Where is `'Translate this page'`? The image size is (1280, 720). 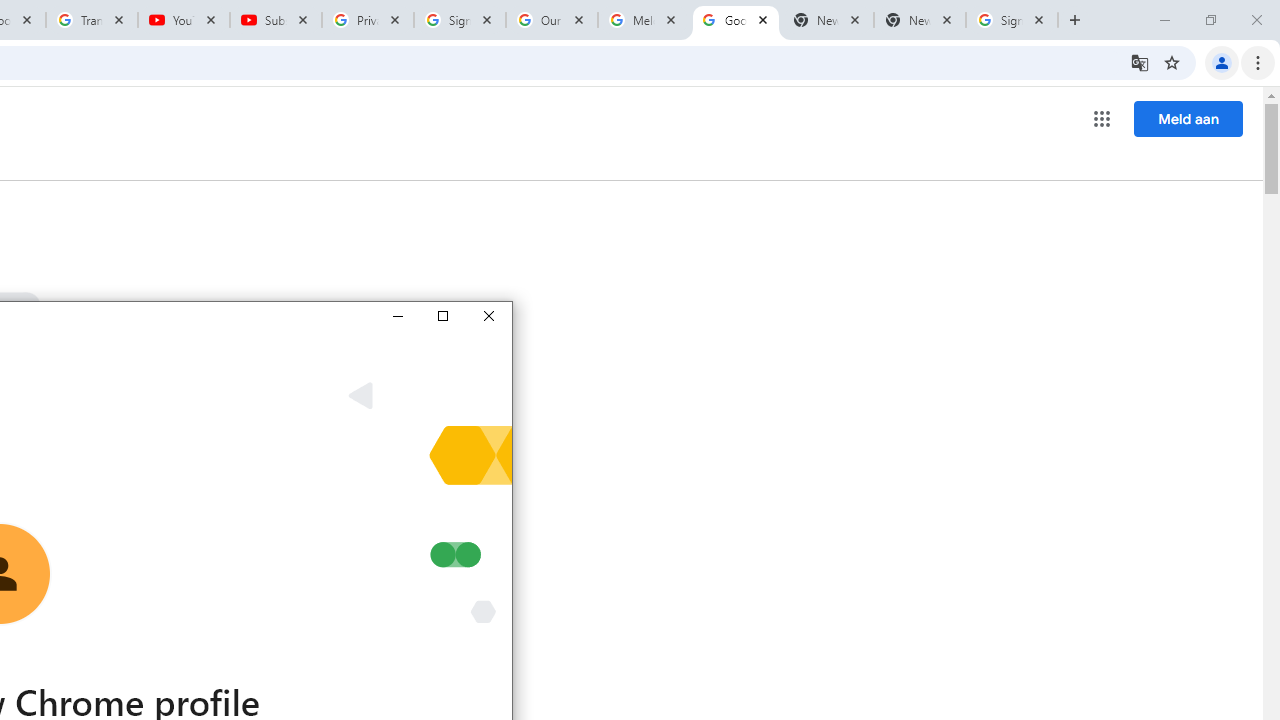 'Translate this page' is located at coordinates (1139, 61).